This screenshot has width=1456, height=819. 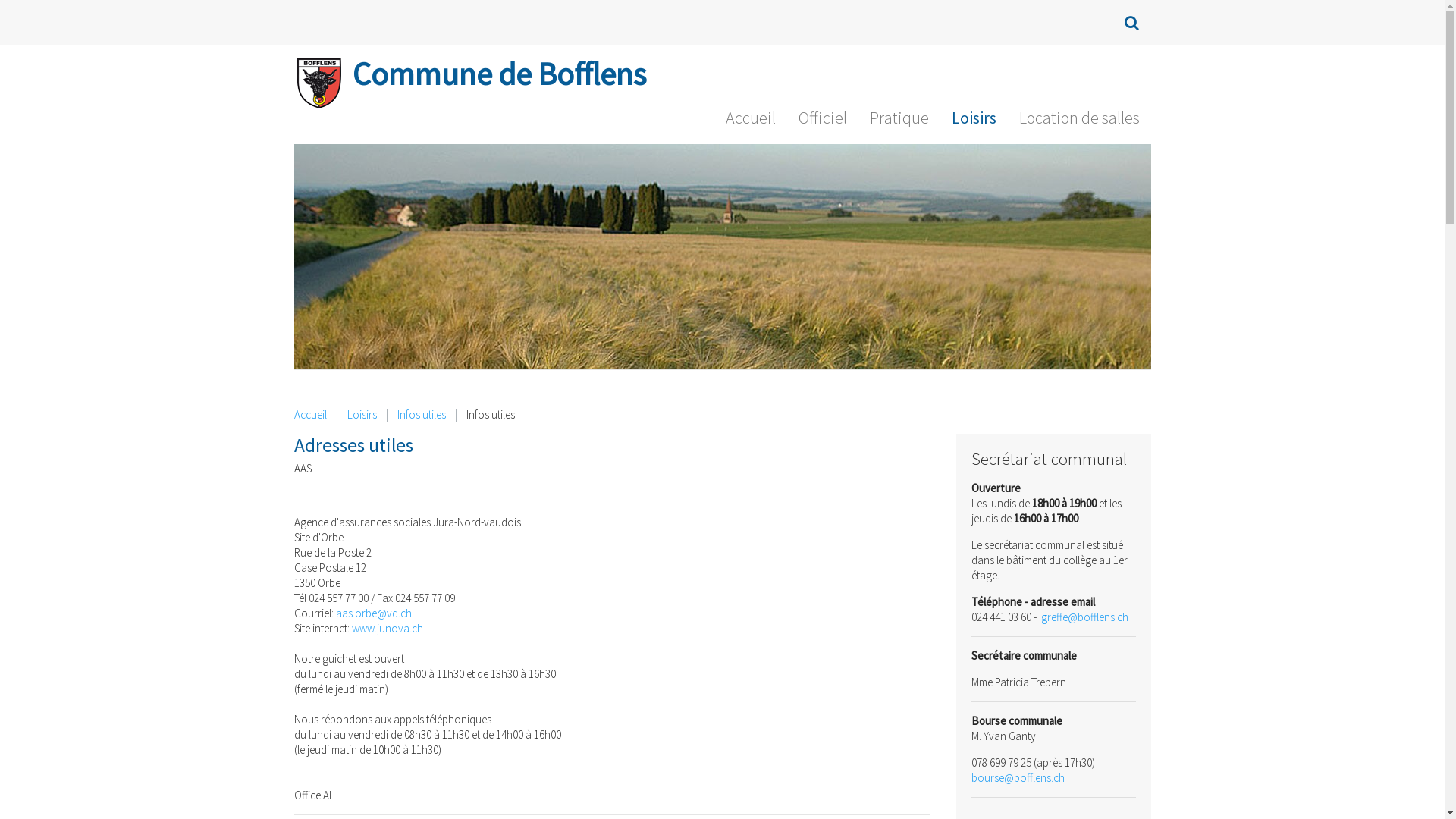 What do you see at coordinates (372, 612) in the screenshot?
I see `'aas.orbe@vd.ch'` at bounding box center [372, 612].